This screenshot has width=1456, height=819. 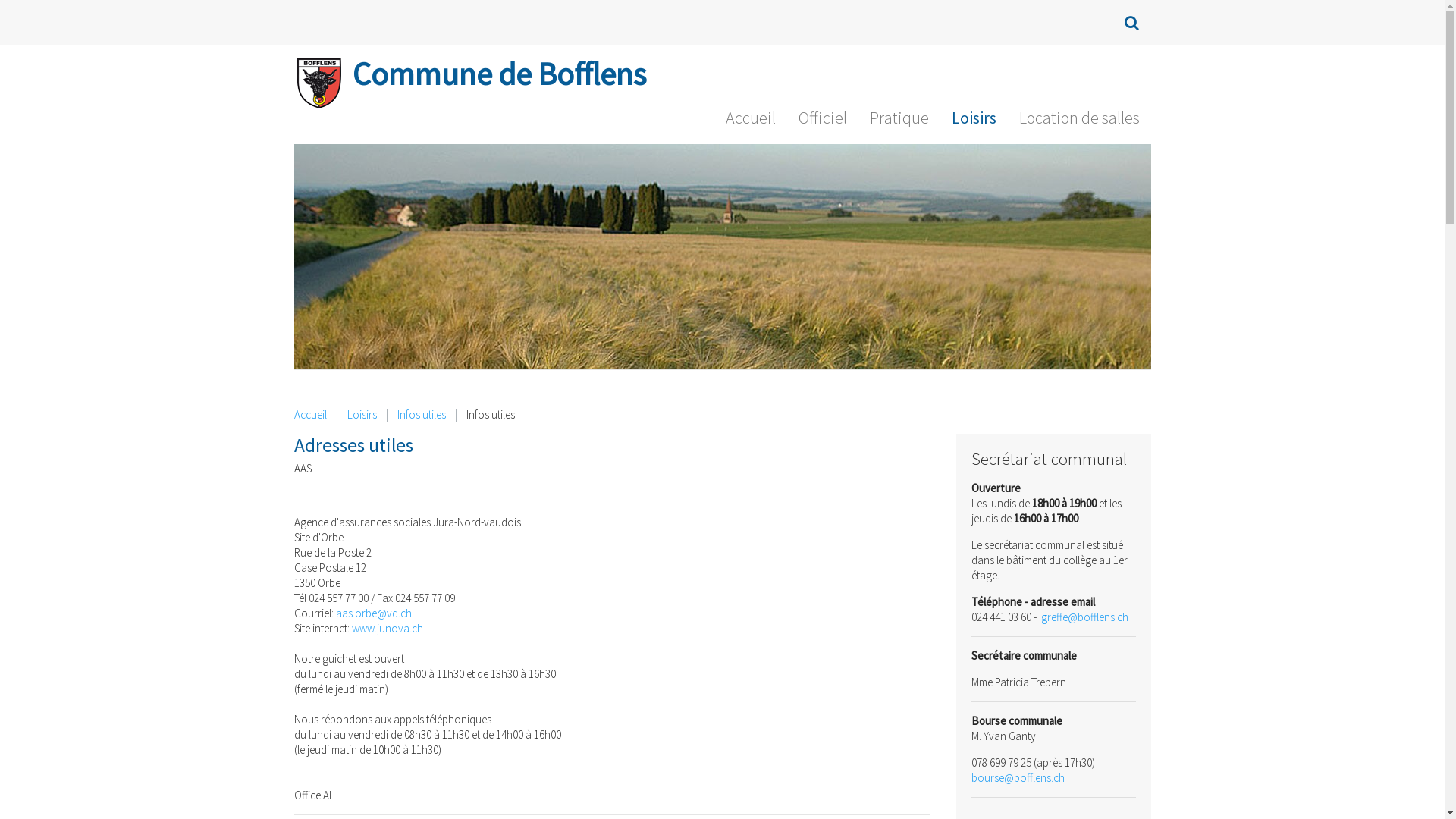 What do you see at coordinates (372, 612) in the screenshot?
I see `'aas.orbe@vd.ch'` at bounding box center [372, 612].